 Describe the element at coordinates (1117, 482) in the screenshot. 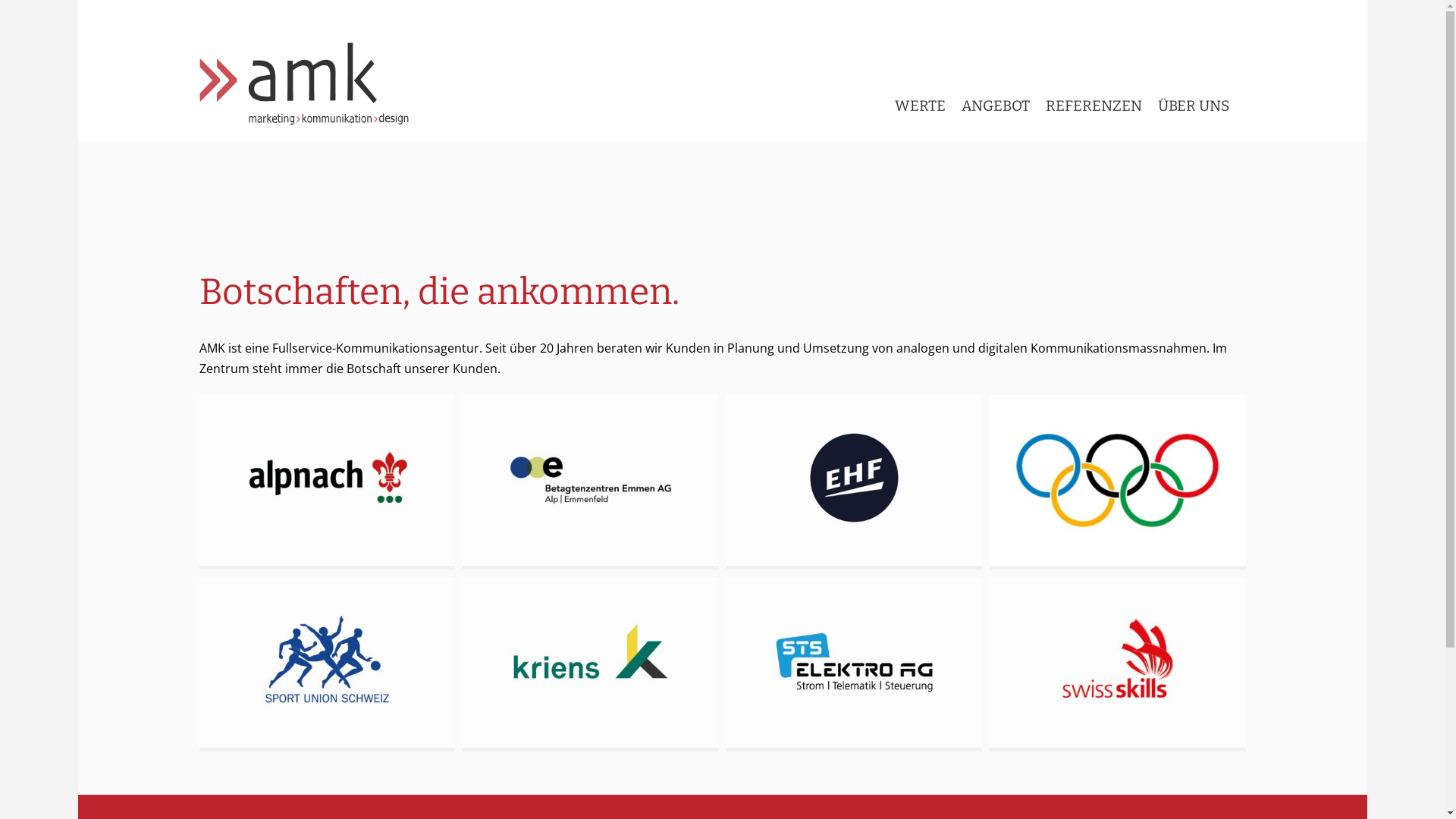

I see `'Olympische-Spiele'` at that location.